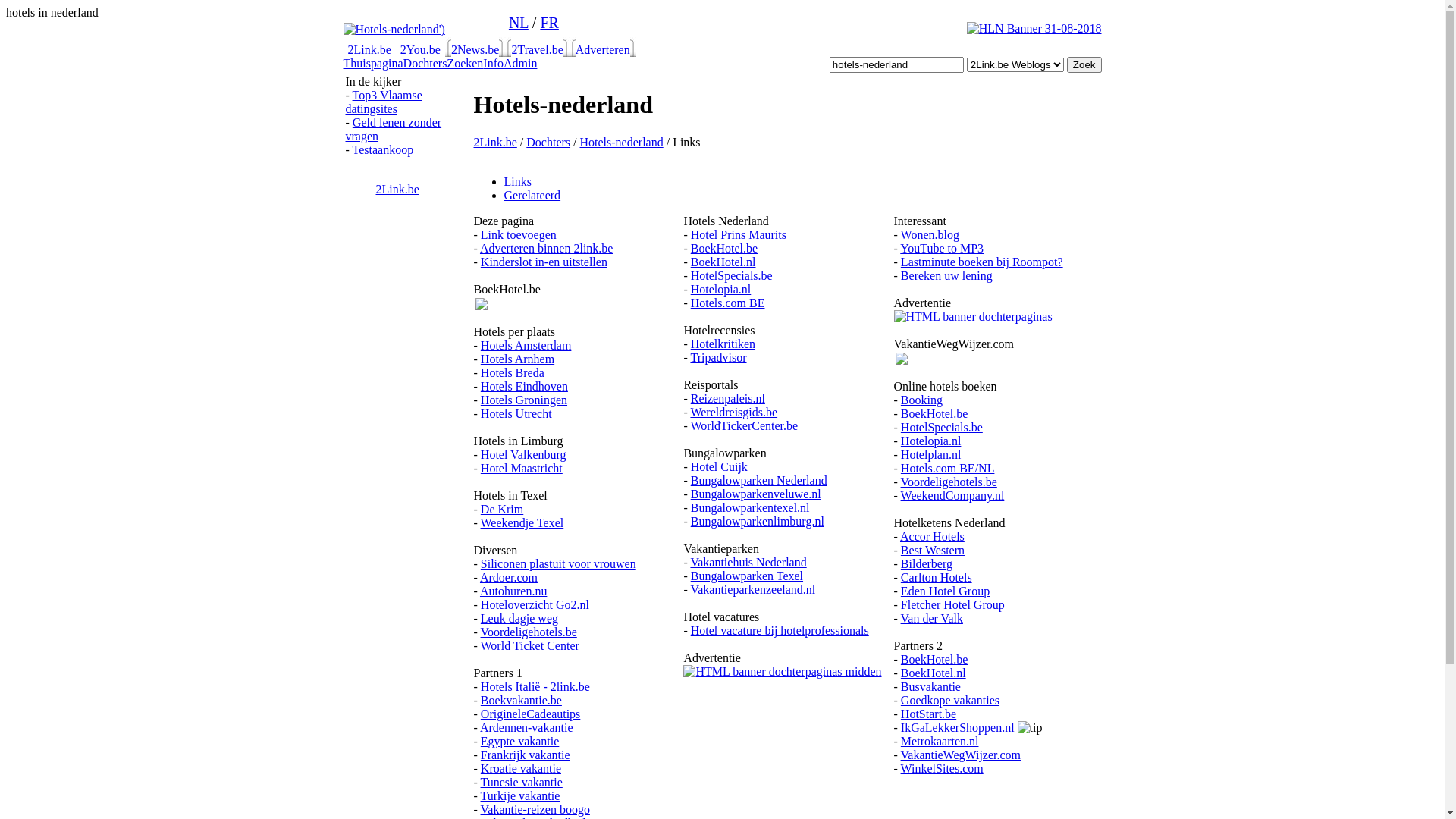 The width and height of the screenshot is (1456, 819). What do you see at coordinates (759, 480) in the screenshot?
I see `'Bungalowparken Nederland'` at bounding box center [759, 480].